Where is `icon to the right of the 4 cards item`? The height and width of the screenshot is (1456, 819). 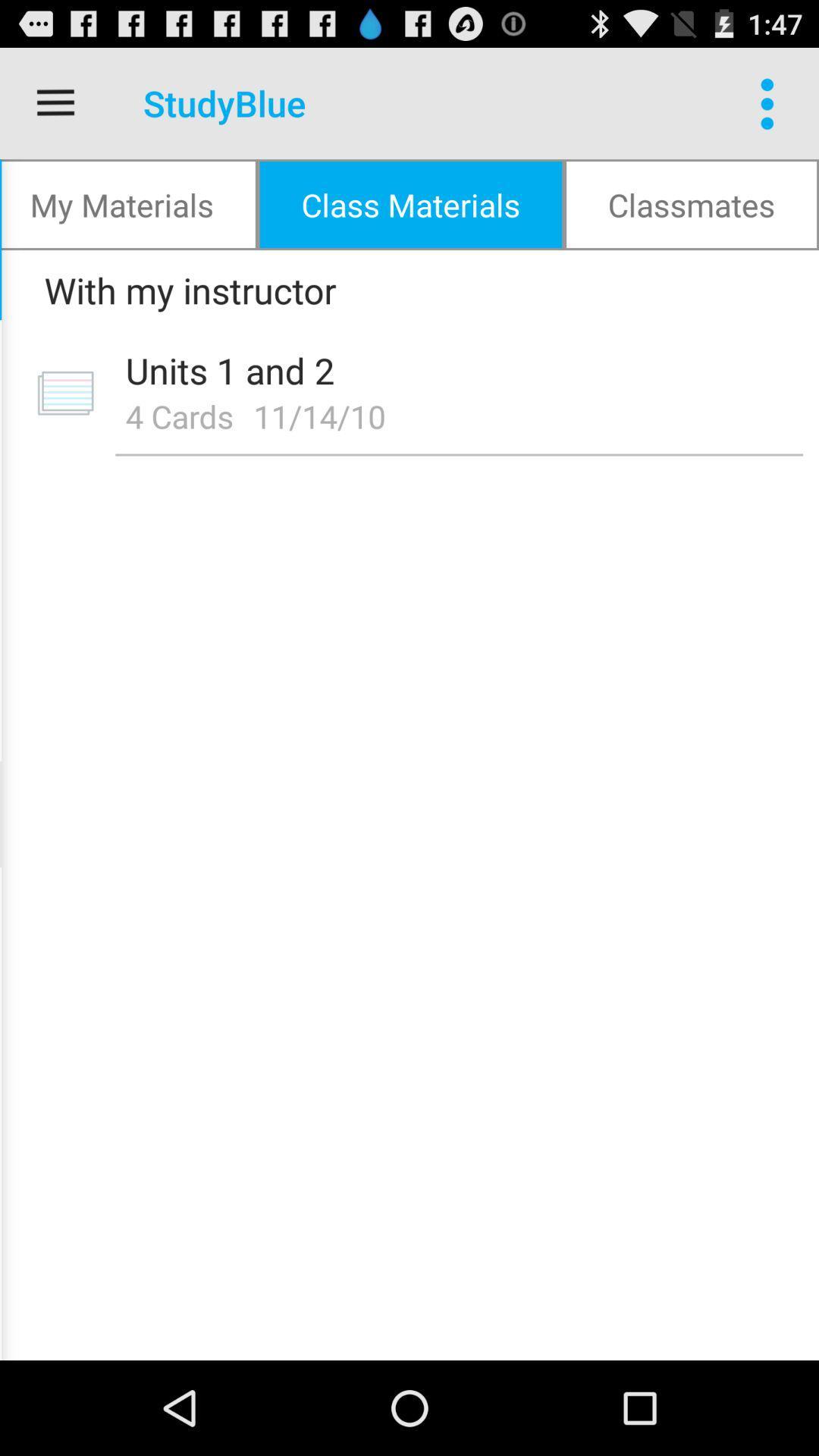 icon to the right of the 4 cards item is located at coordinates (324, 416).